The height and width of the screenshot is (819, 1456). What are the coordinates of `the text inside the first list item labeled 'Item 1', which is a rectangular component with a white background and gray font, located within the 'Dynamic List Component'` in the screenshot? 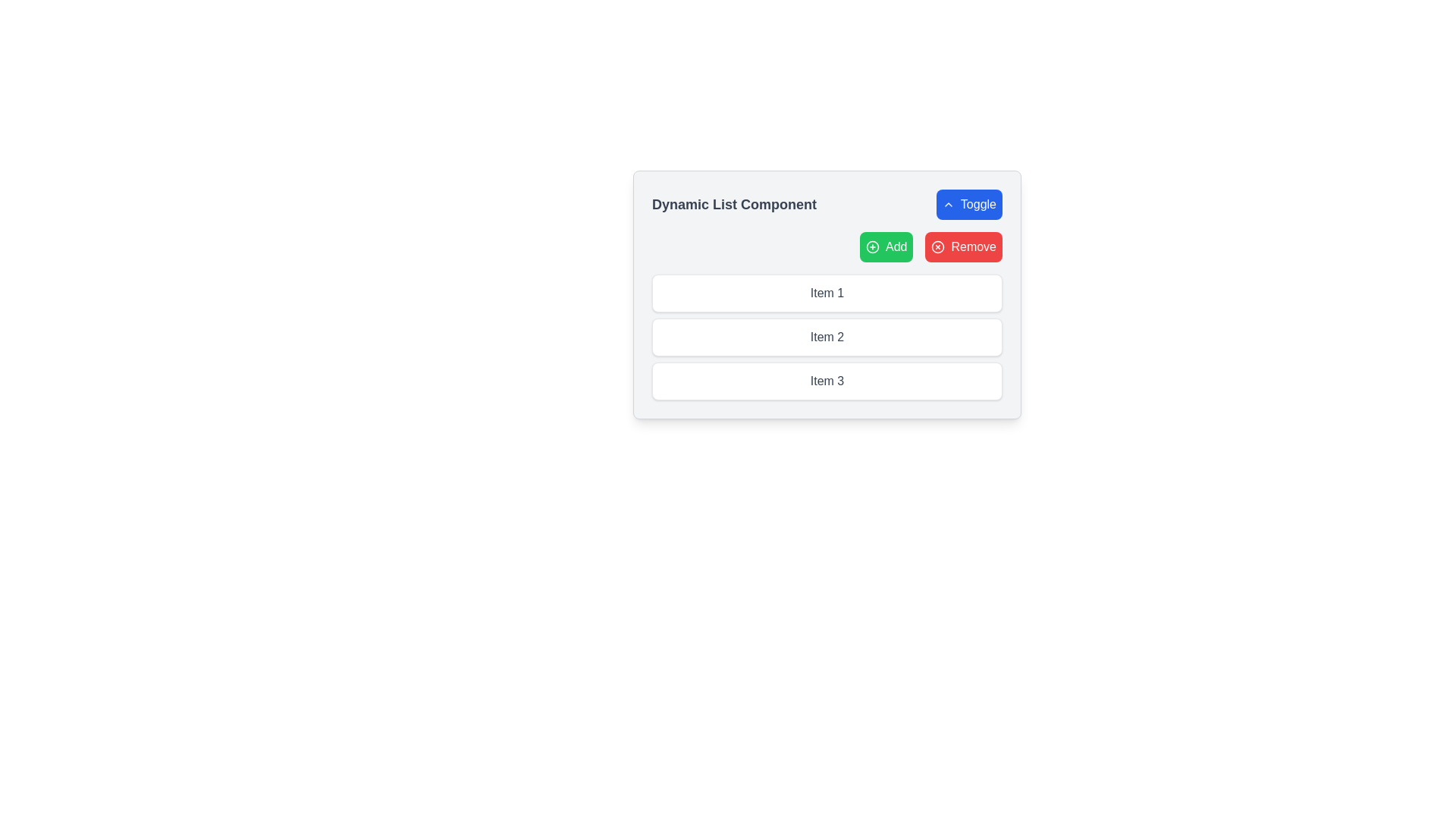 It's located at (826, 293).